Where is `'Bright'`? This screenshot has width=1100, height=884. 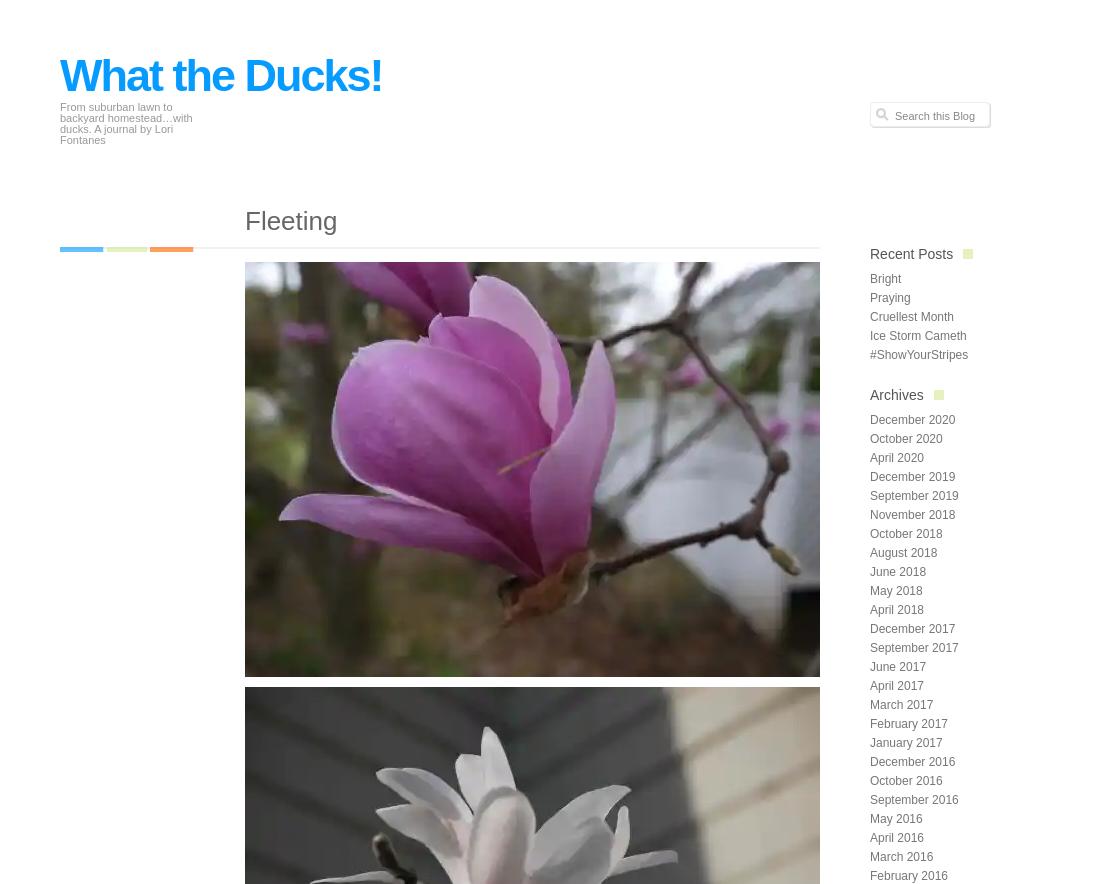
'Bright' is located at coordinates (884, 277).